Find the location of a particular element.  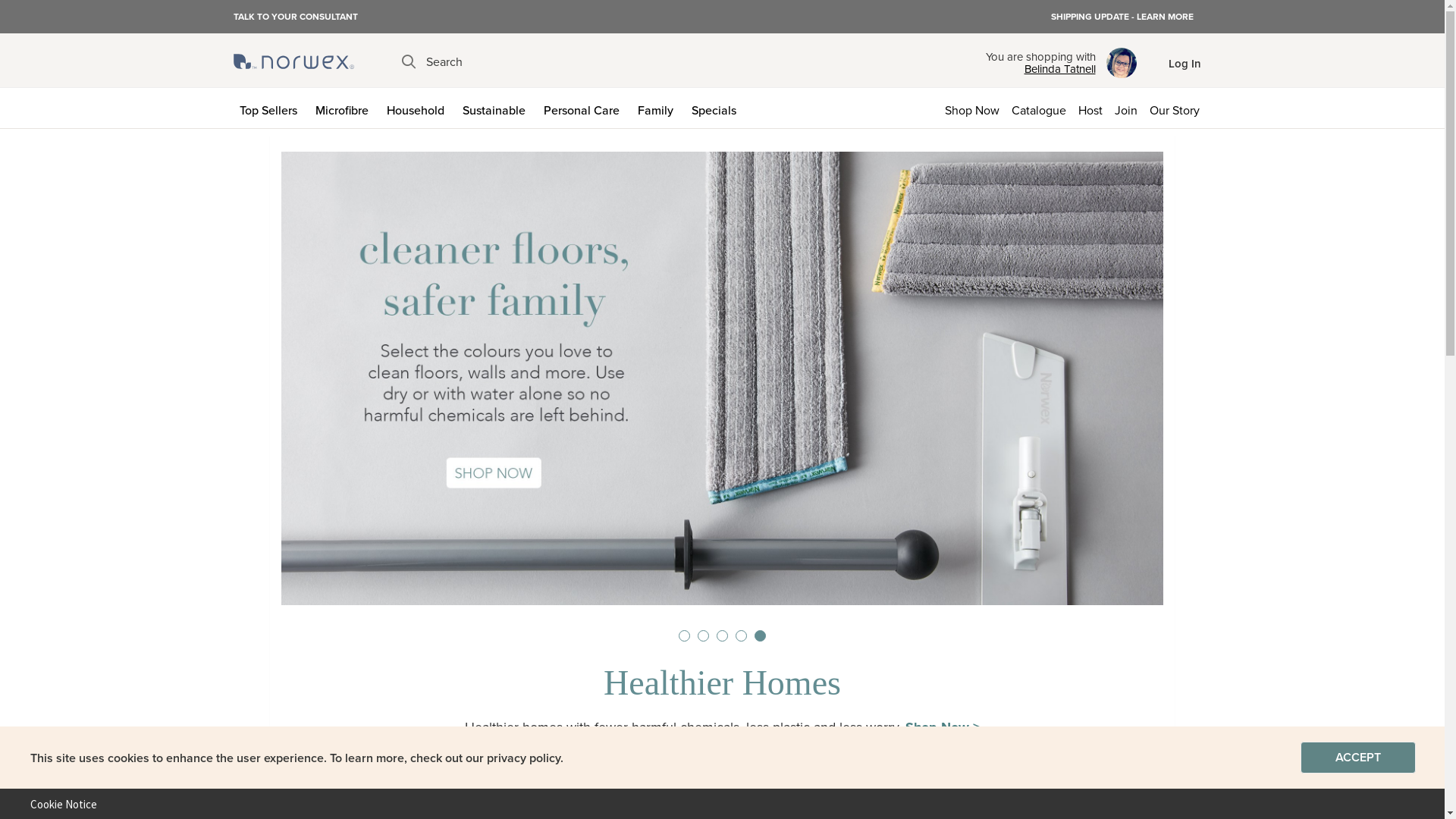

'SHIPPING UPDATE - LEARN MORE' is located at coordinates (1122, 17).